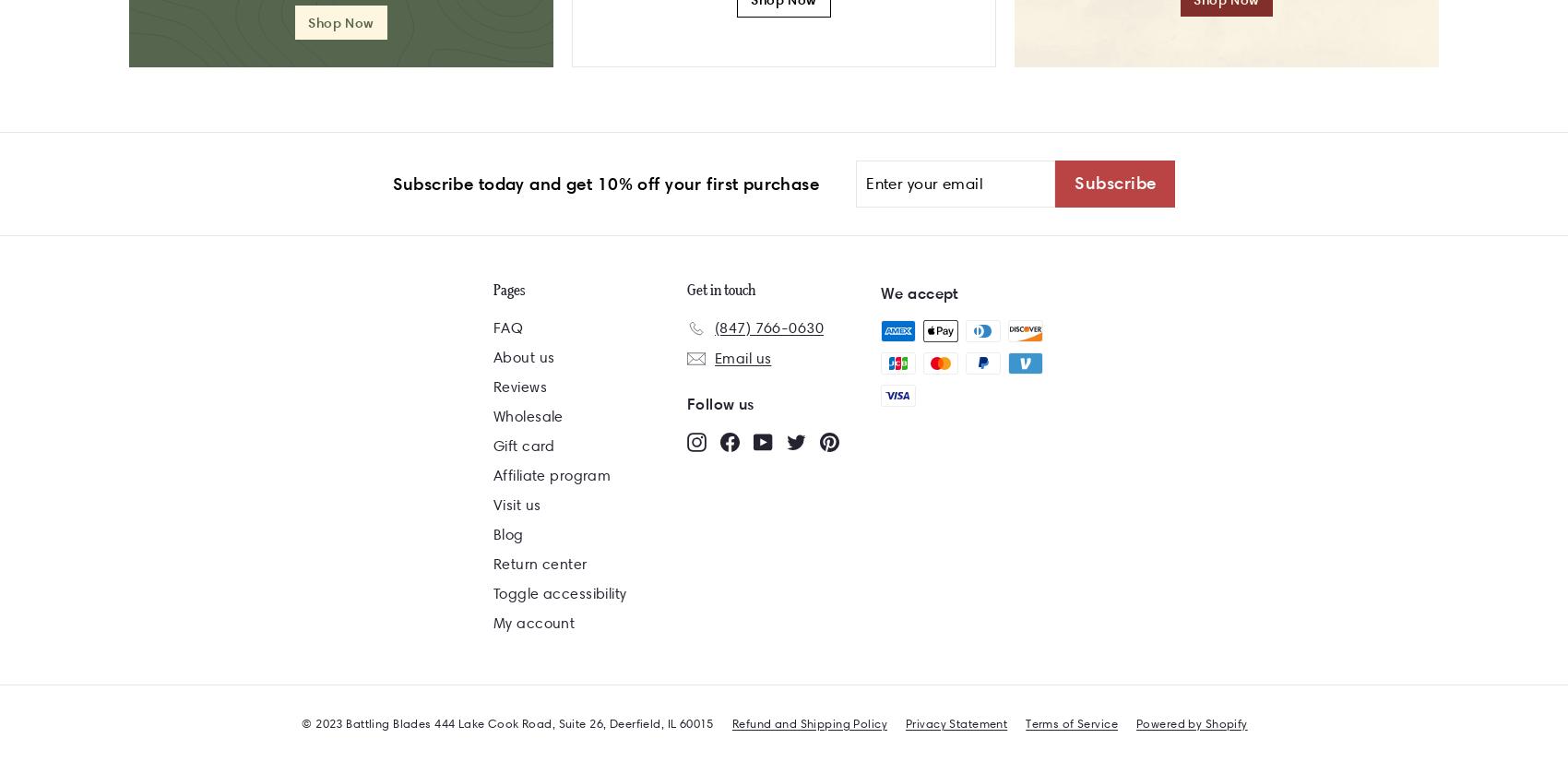 Image resolution: width=1568 pixels, height=762 pixels. What do you see at coordinates (522, 445) in the screenshot?
I see `'Gift card'` at bounding box center [522, 445].